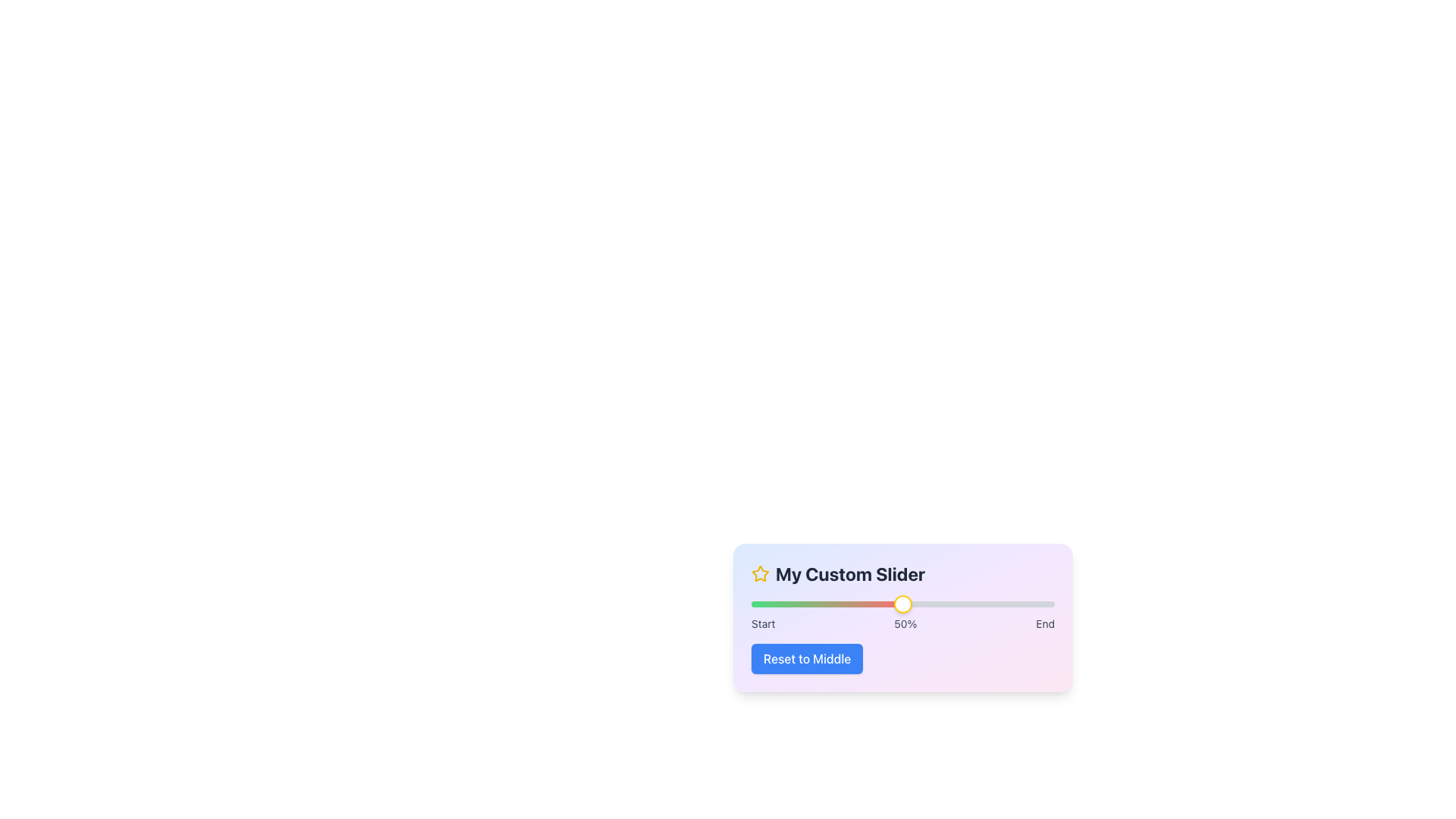 The height and width of the screenshot is (819, 1456). Describe the element at coordinates (902, 604) in the screenshot. I see `the Slider Knob located at the center of the slider bar, directly above the '50%' label` at that location.